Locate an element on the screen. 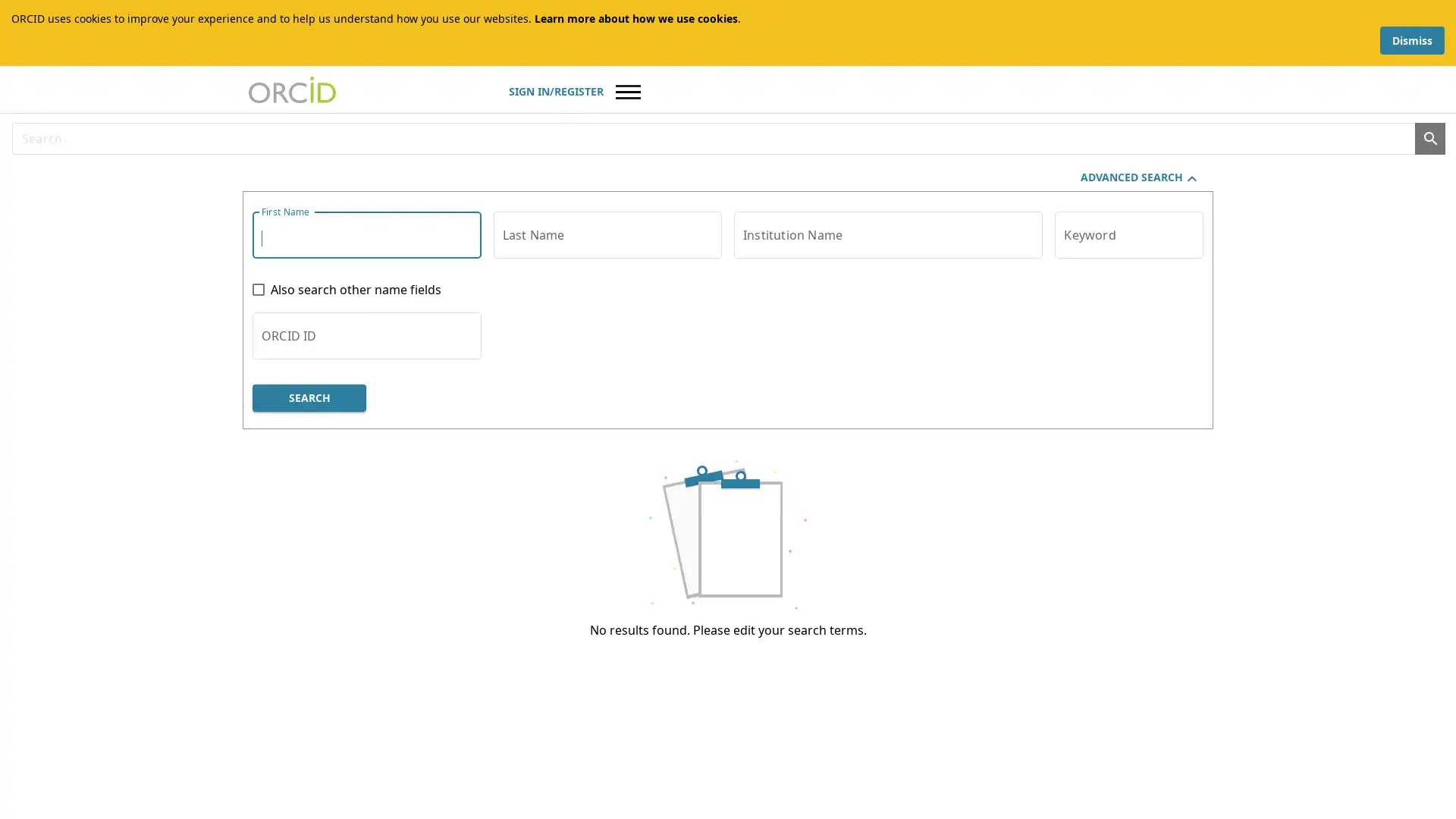  MEMBERSHIP is located at coordinates (544, 171).